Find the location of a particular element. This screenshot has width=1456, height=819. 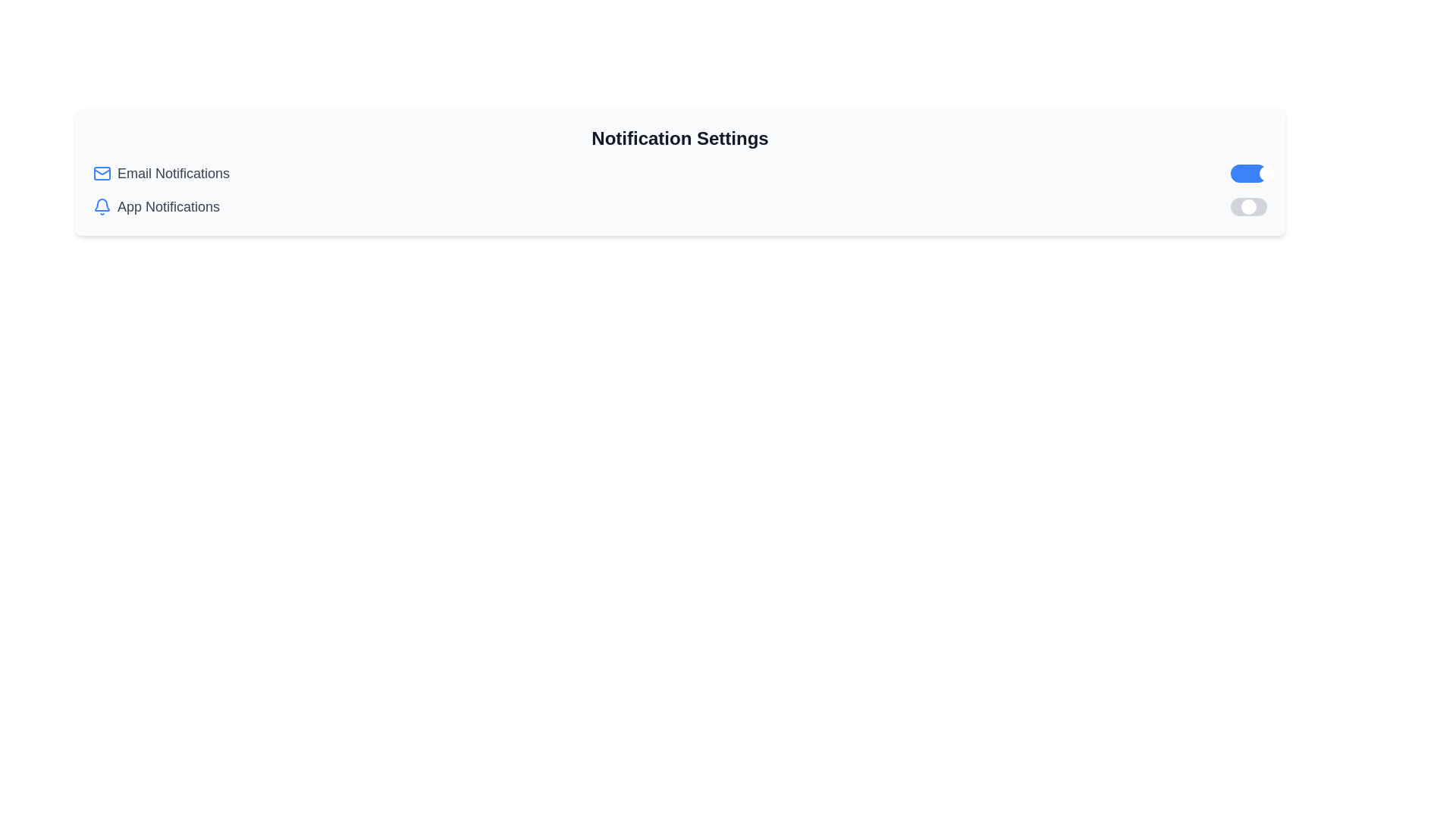

the circular toggle knob located on the right end of the horizontal toggle switch is located at coordinates (1248, 207).